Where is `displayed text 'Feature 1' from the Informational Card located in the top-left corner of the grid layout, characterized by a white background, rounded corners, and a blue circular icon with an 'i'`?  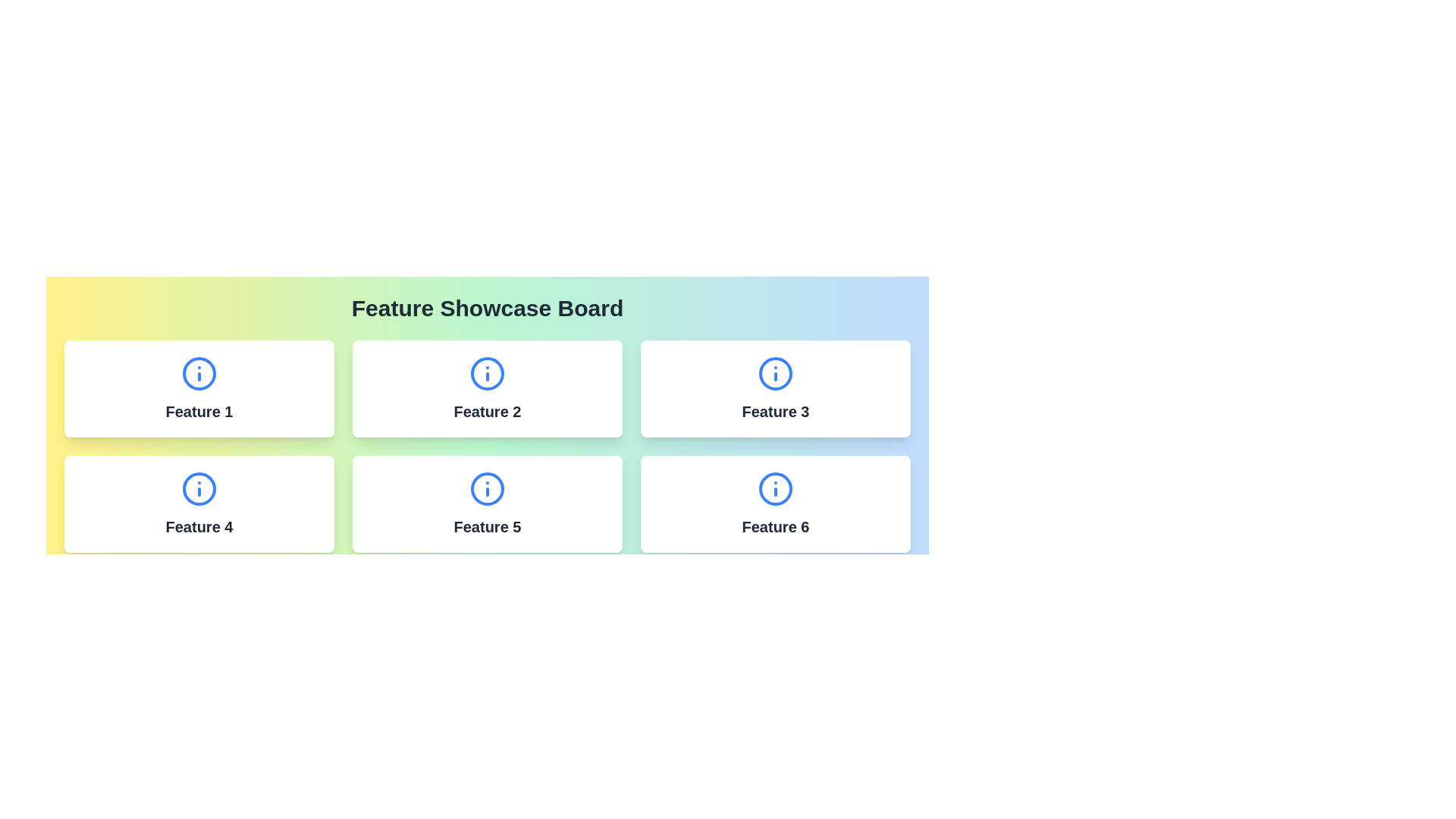
displayed text 'Feature 1' from the Informational Card located in the top-left corner of the grid layout, characterized by a white background, rounded corners, and a blue circular icon with an 'i' is located at coordinates (199, 388).